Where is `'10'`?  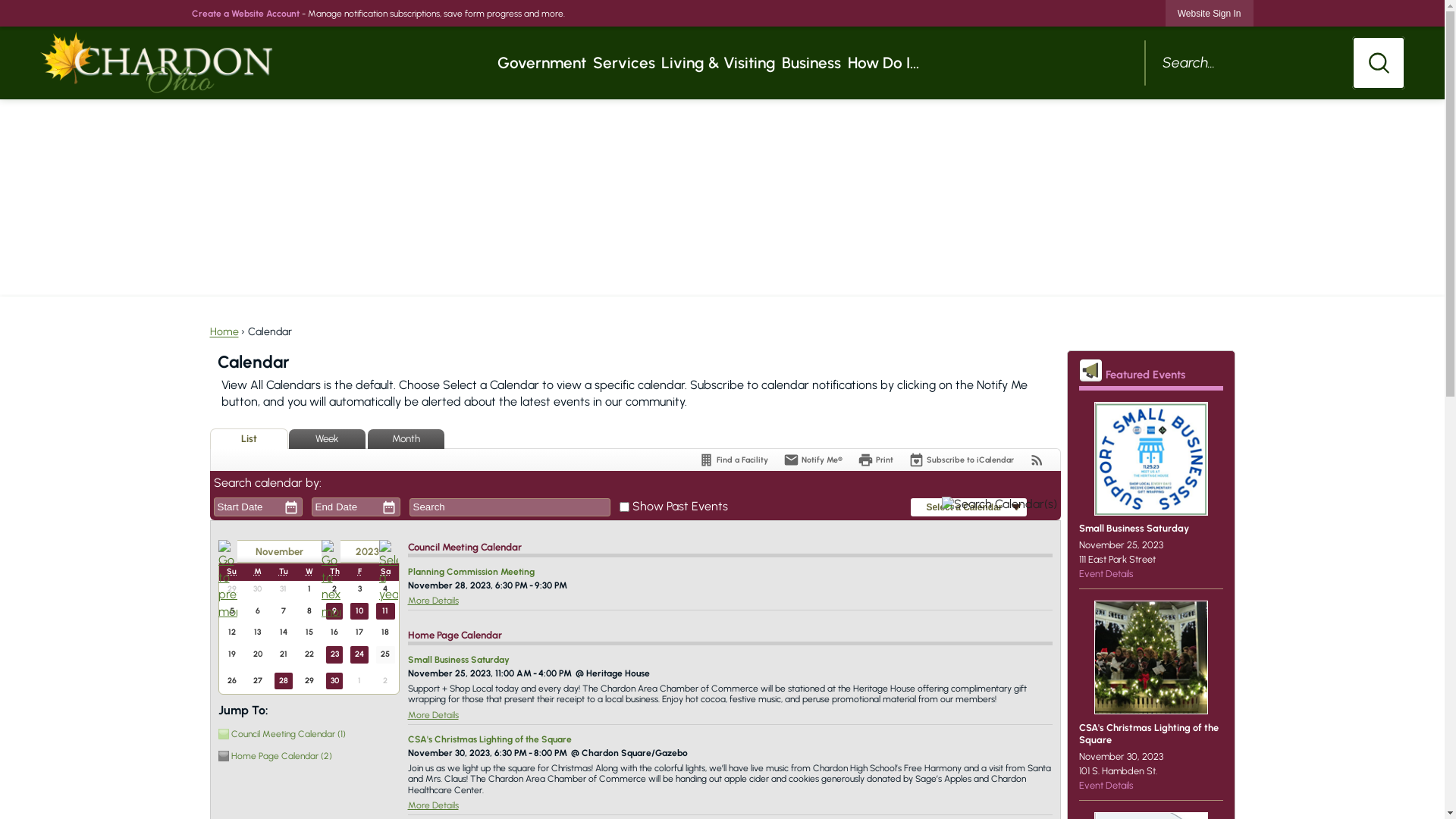
'10' is located at coordinates (349, 610).